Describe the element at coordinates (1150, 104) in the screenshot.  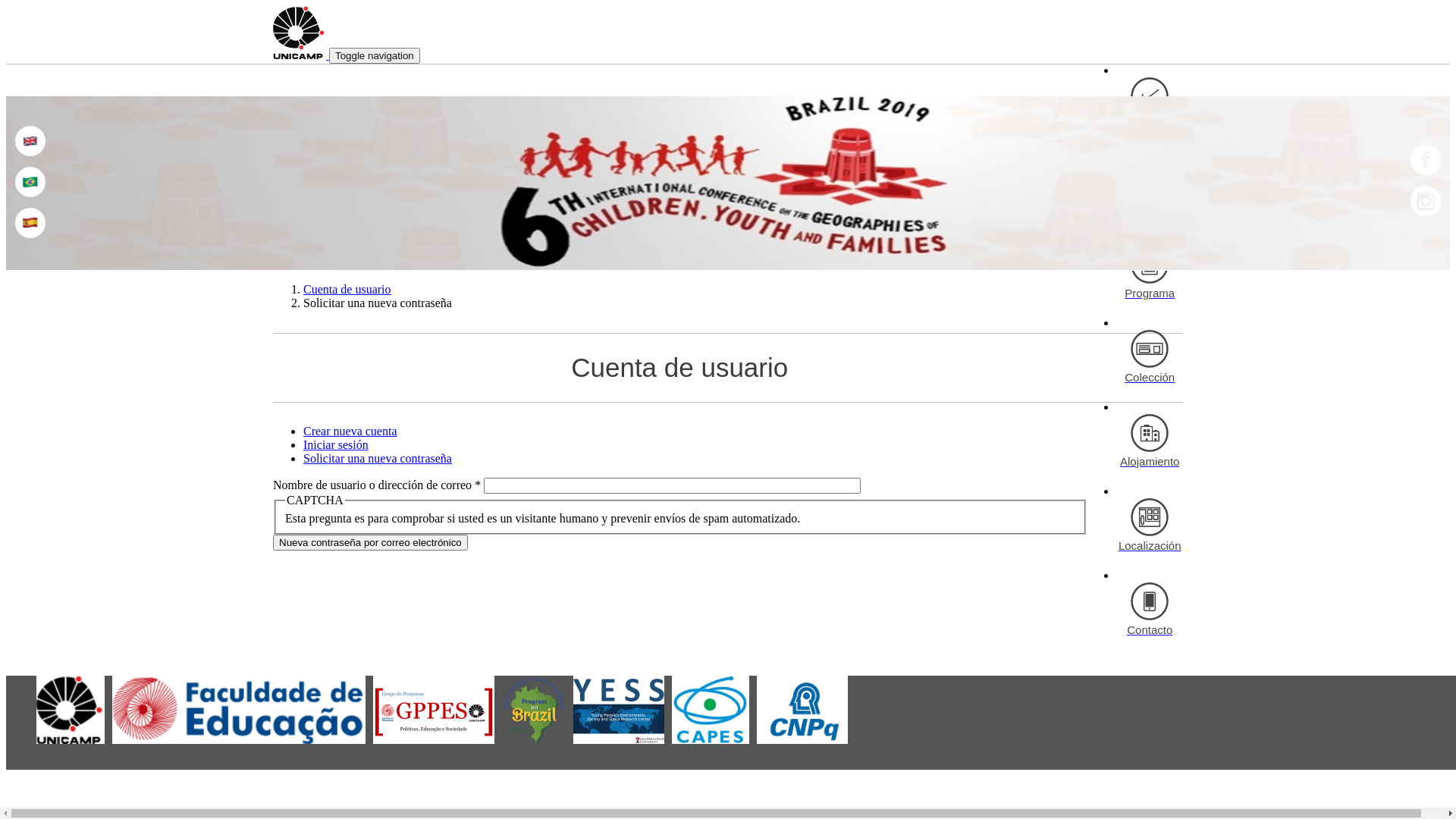
I see `'Inscripciones'` at that location.